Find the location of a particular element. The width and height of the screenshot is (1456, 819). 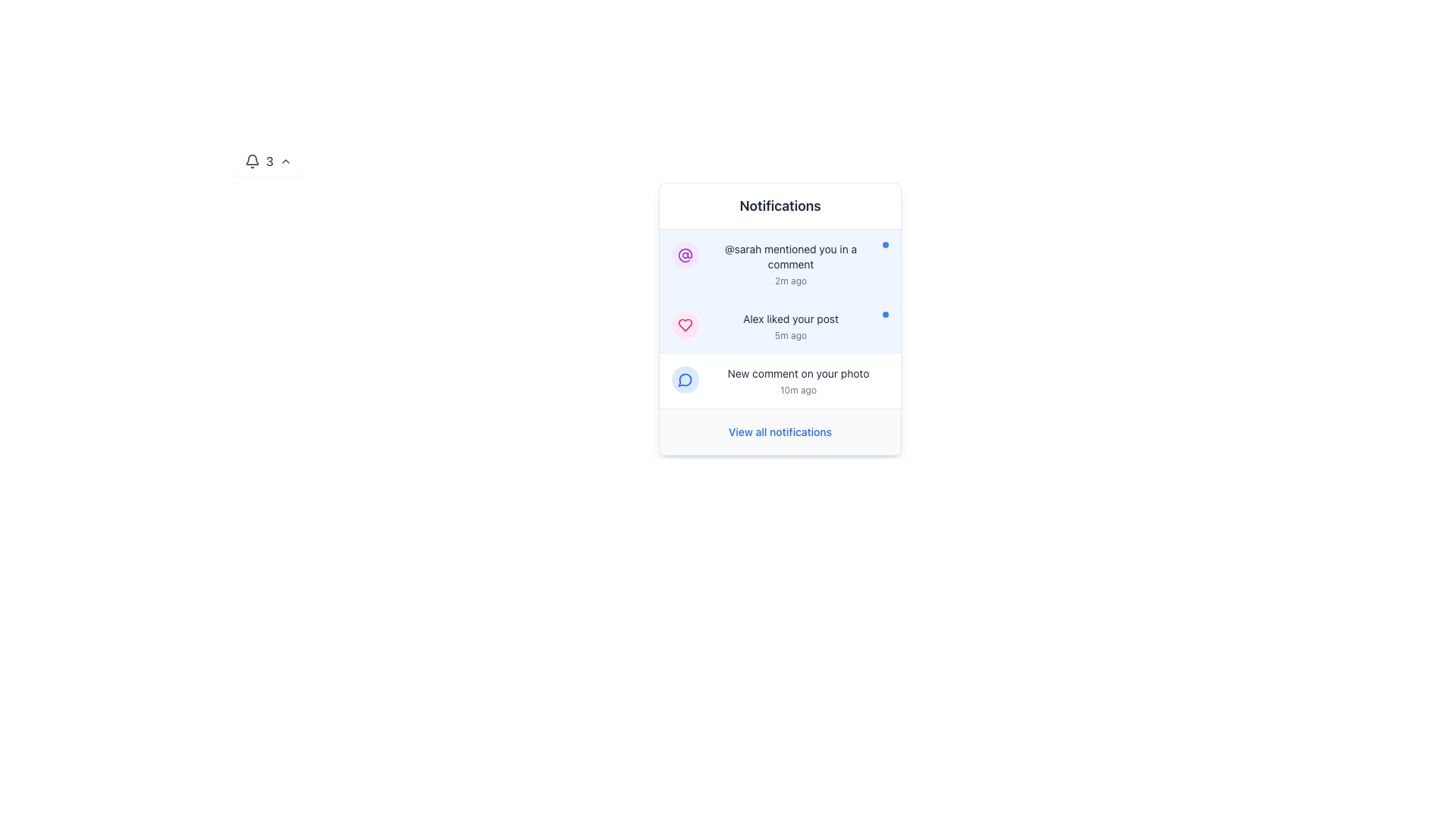

the 'like' icon associated with the notification that reads 'Alex liked your post', which is the second notification in the list is located at coordinates (684, 324).